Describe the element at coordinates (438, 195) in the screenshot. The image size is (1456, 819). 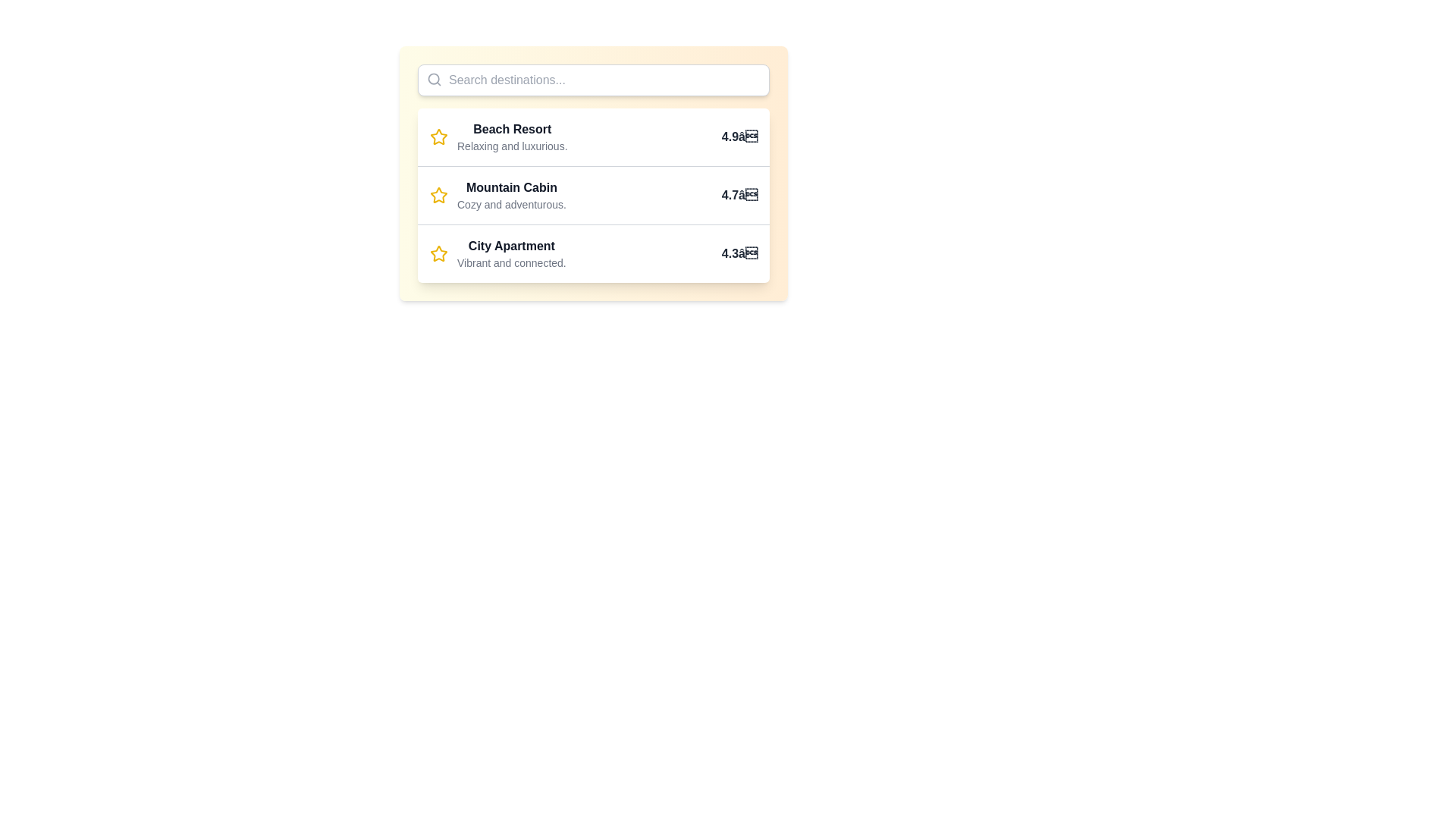
I see `the yellow star-shaped icon with a decorative design, located to the left of the text 'Mountain Cabin' and aligned with the rating value '4.7'` at that location.